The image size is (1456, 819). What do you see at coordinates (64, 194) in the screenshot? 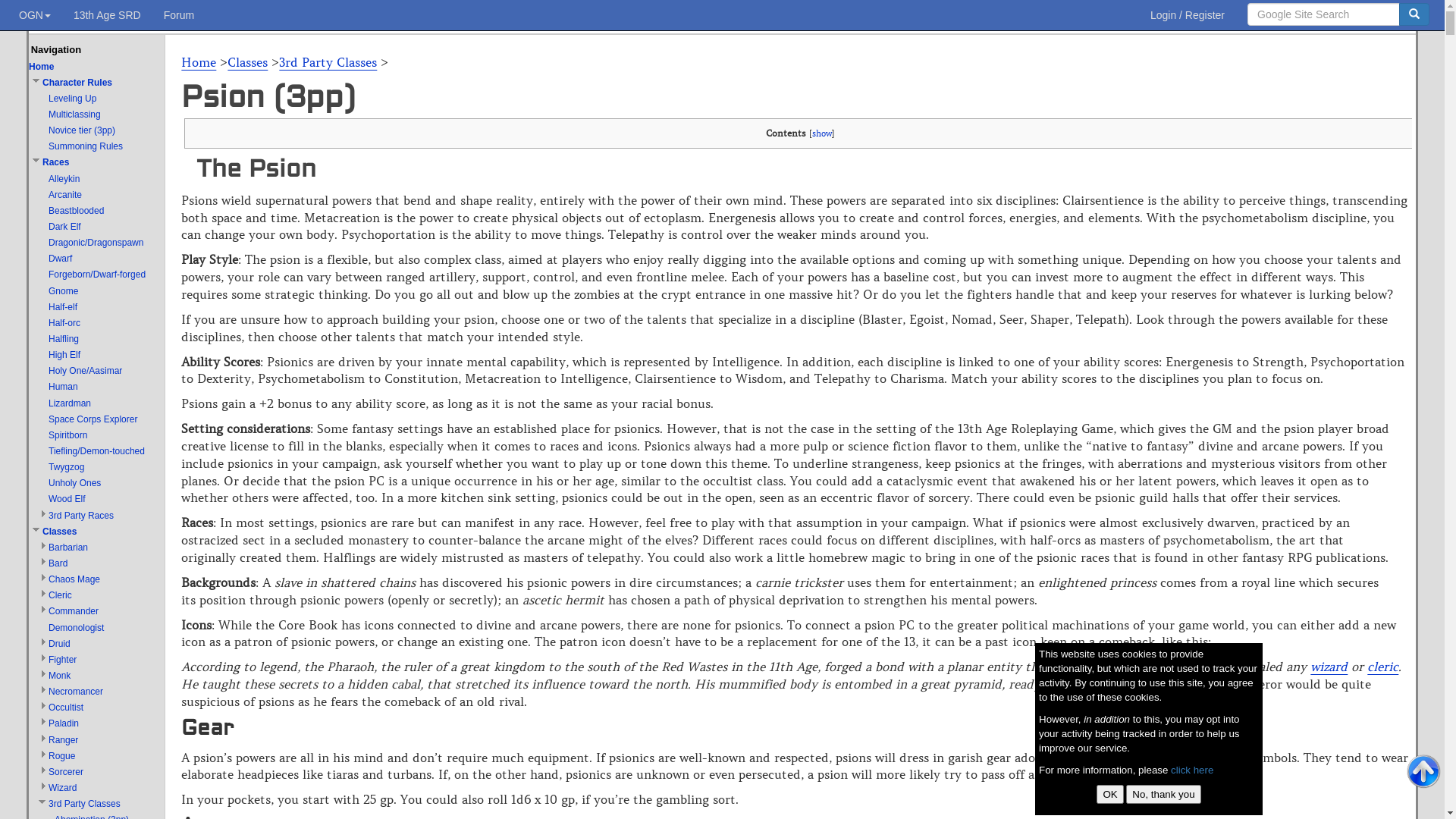
I see `'Arcanite'` at bounding box center [64, 194].